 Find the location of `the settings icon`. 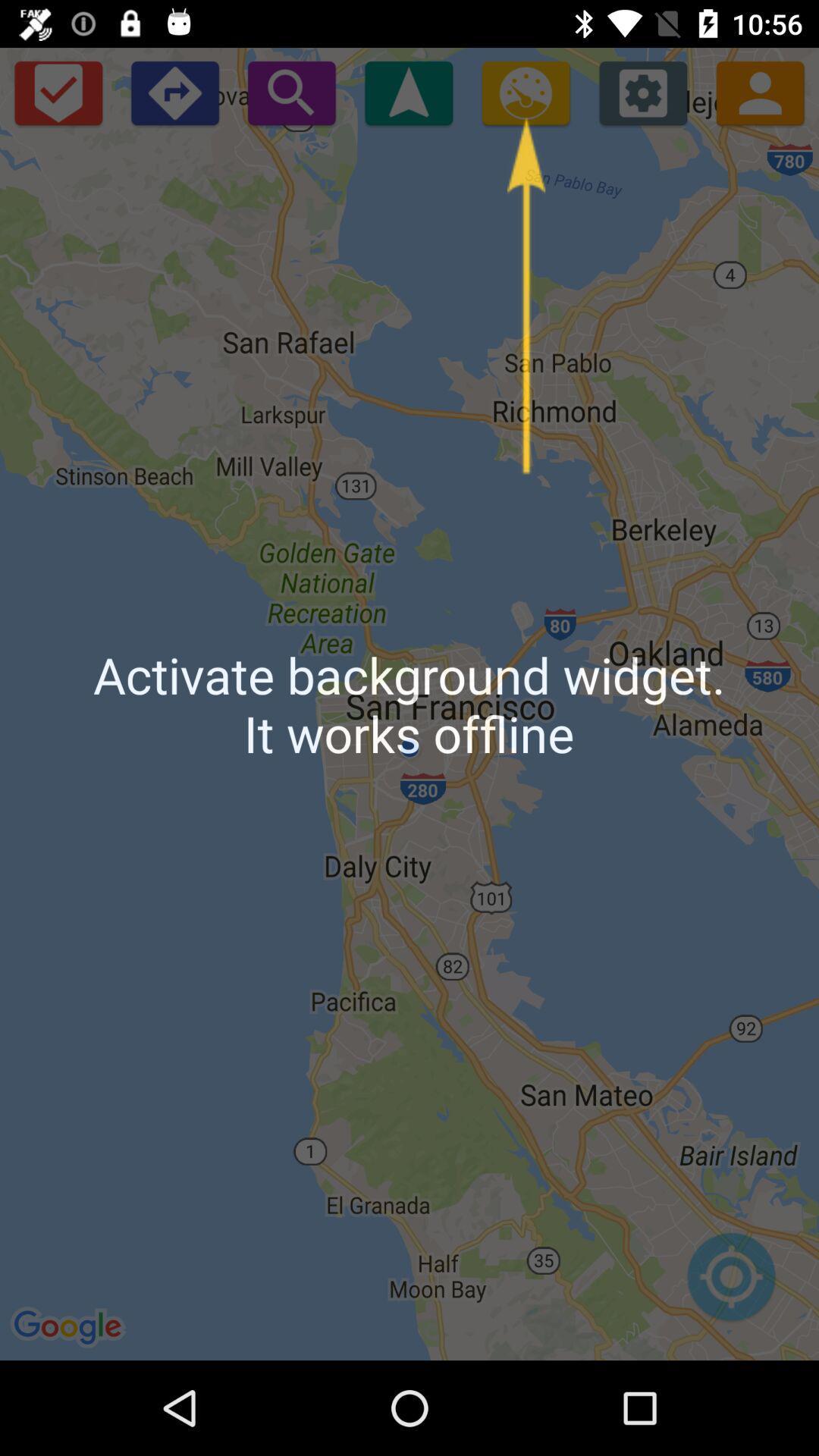

the settings icon is located at coordinates (525, 92).